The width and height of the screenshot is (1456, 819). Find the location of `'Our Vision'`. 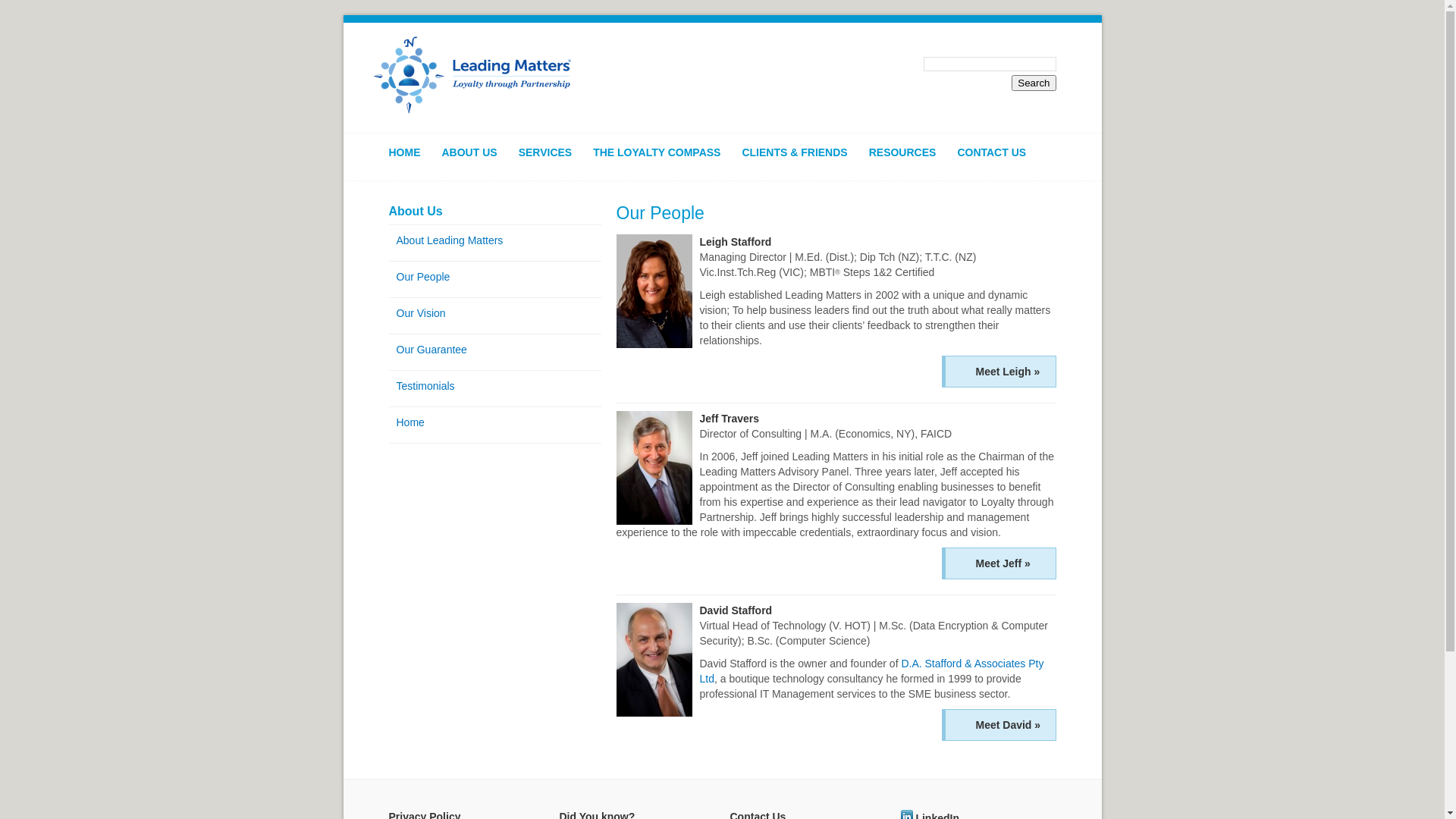

'Our Vision' is located at coordinates (494, 312).